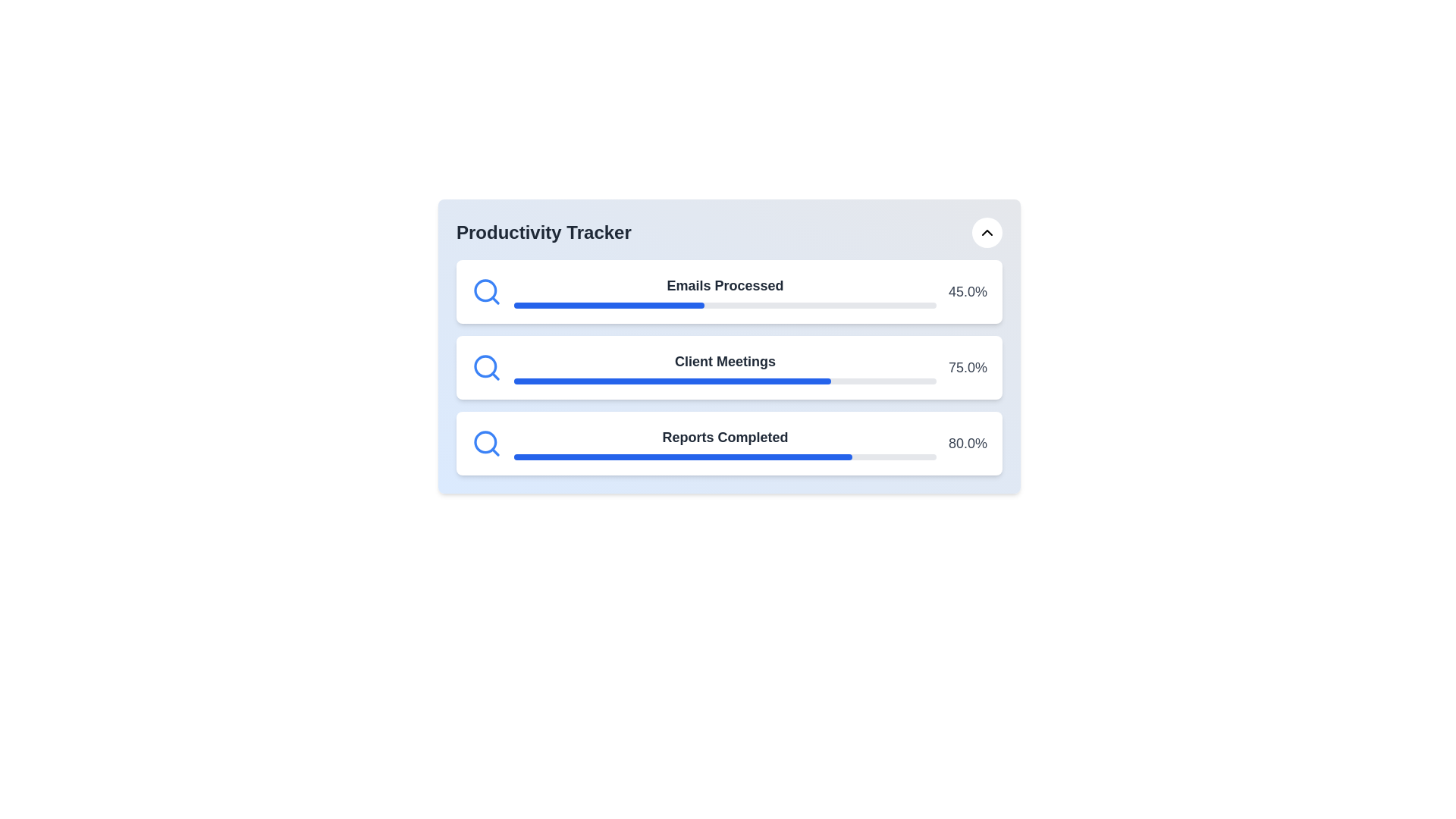 The height and width of the screenshot is (819, 1456). I want to click on the Labeled Progress Bar that displays 'Emails Processed' and is styled with a blue-filled portion on a light gray background, located within the first card of a vertically stacked group of similar cards, so click(724, 292).